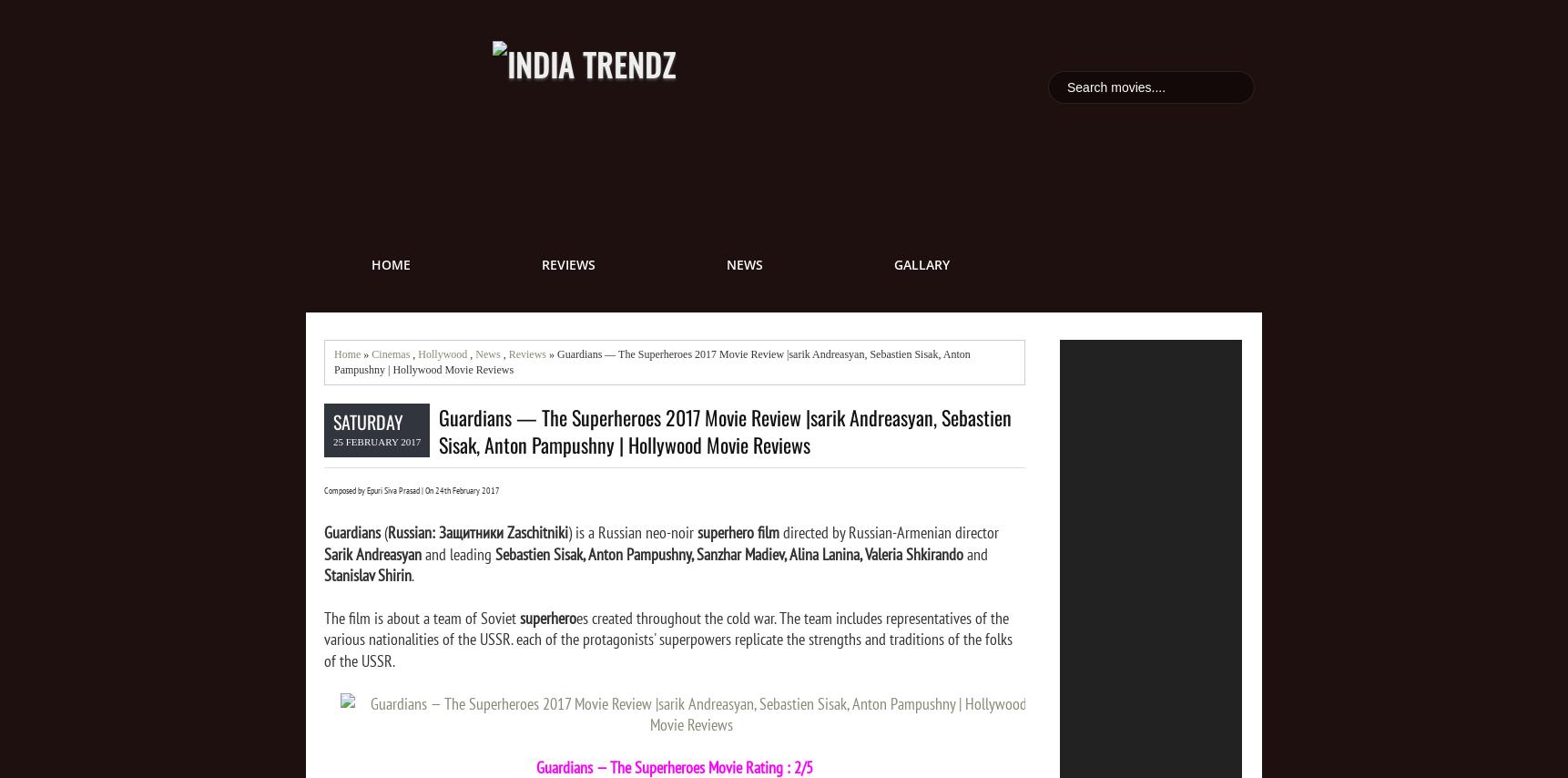  Describe the element at coordinates (367, 574) in the screenshot. I see `'Stanislav Shirin'` at that location.